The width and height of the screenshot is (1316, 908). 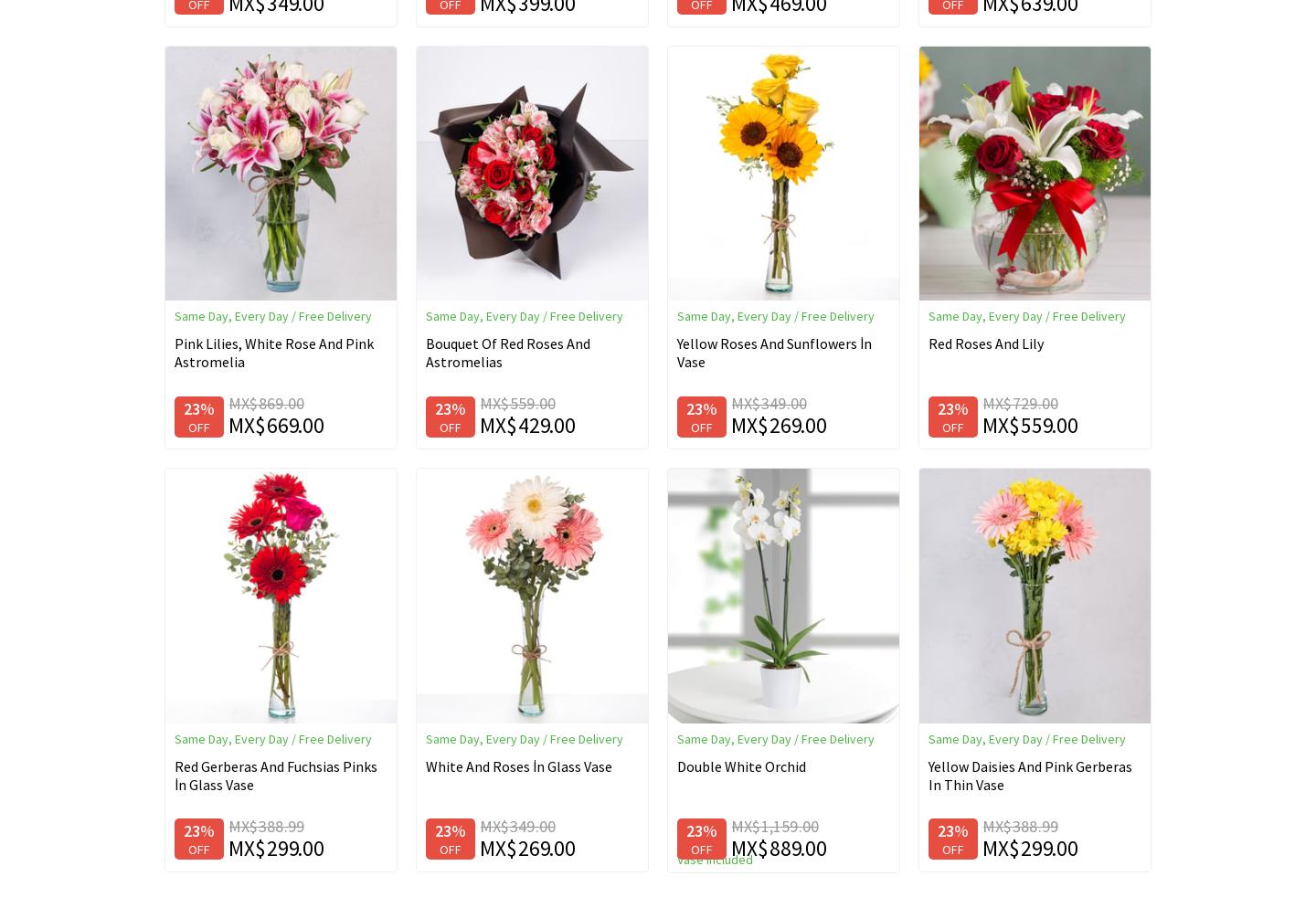 I want to click on '669', so click(x=283, y=424).